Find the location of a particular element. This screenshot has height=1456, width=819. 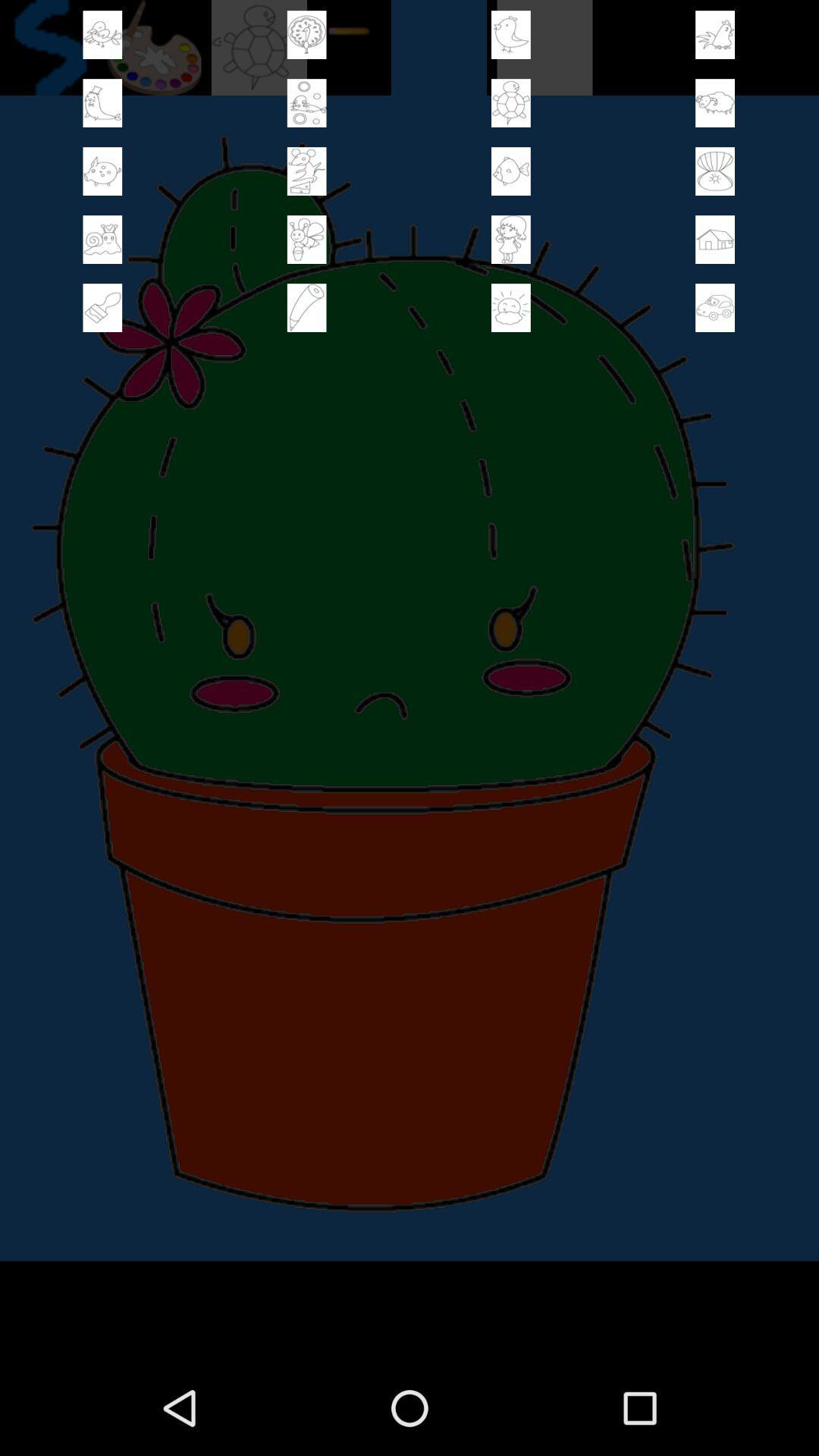

open this item is located at coordinates (306, 239).